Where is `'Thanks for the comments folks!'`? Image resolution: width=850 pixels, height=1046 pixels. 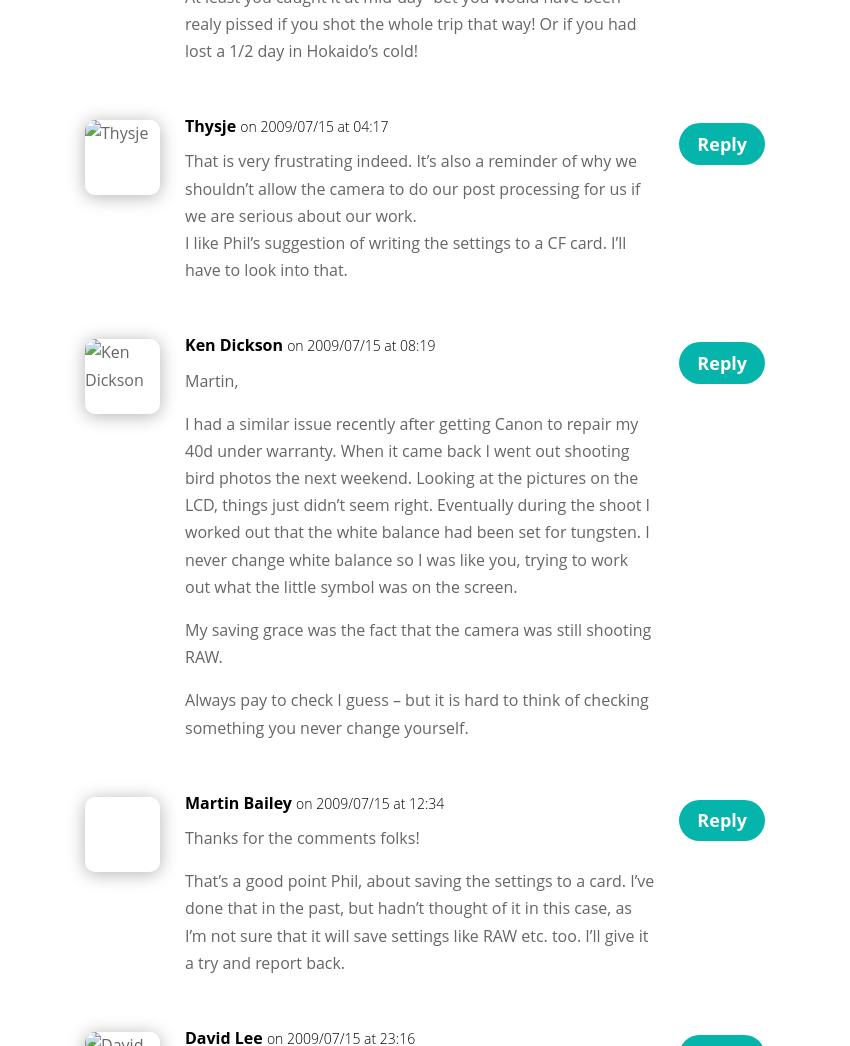
'Thanks for the comments folks!' is located at coordinates (302, 836).